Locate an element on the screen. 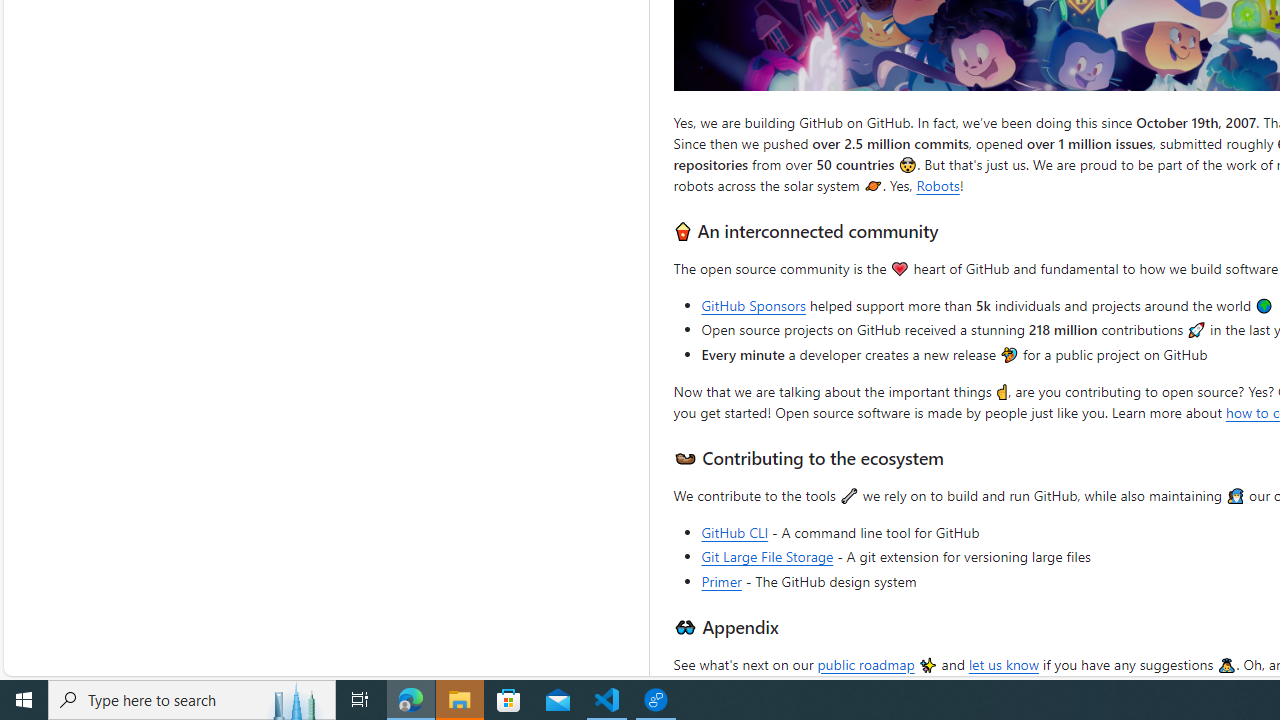  'Primer' is located at coordinates (720, 581).